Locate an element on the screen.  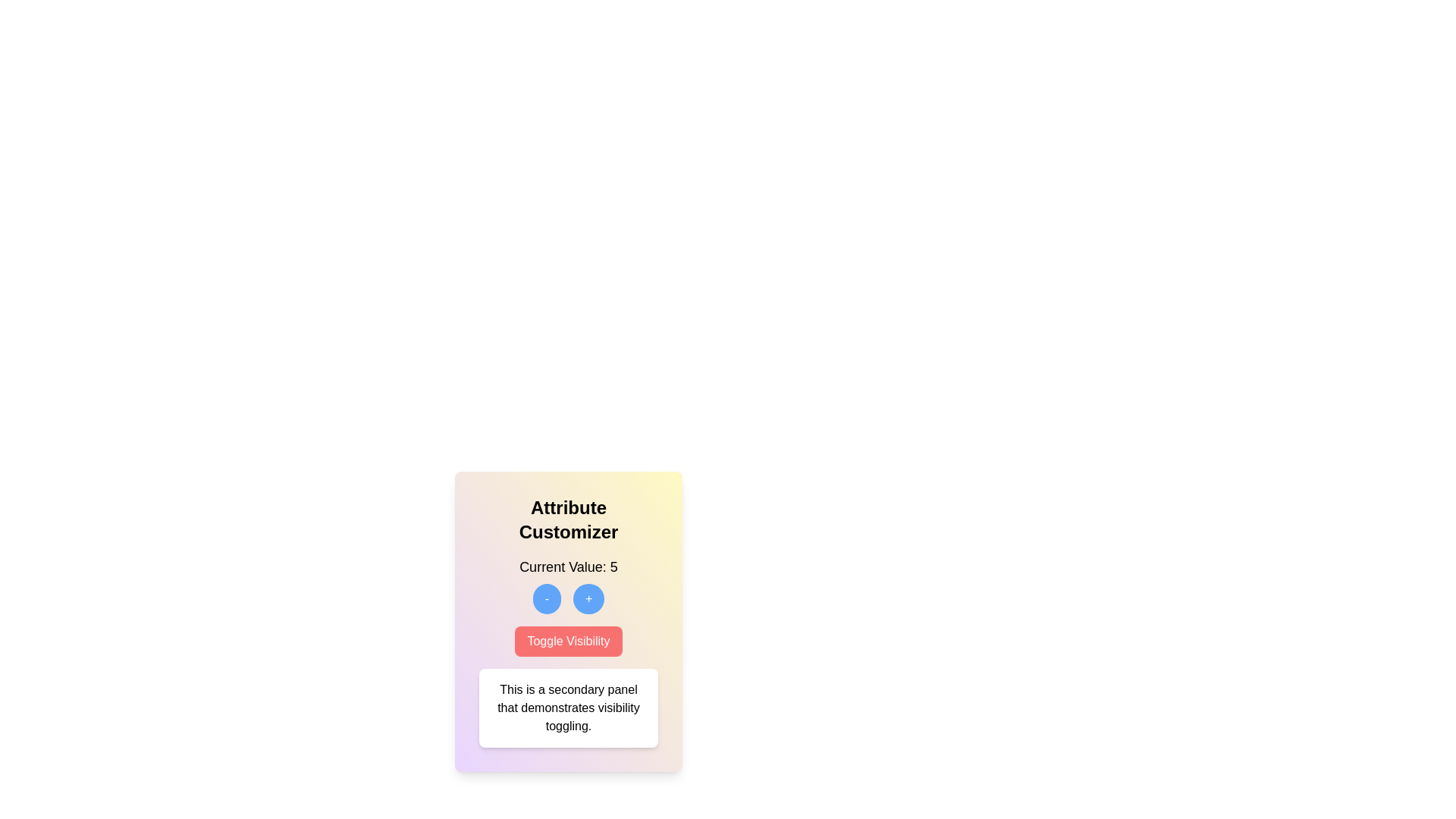
the red button labeled 'Toggle Visibility' is located at coordinates (567, 641).